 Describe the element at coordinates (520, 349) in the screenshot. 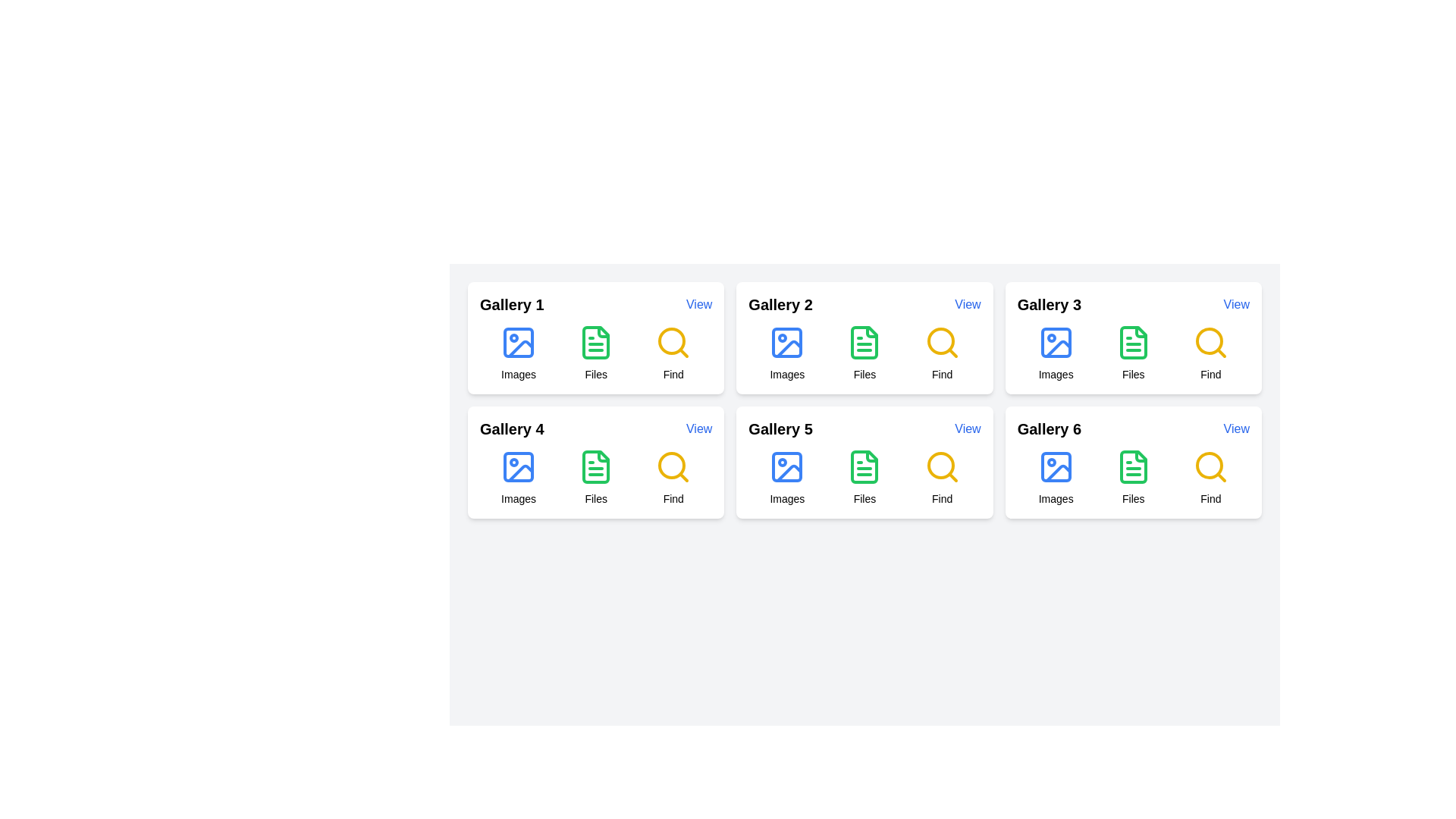

I see `blue outlined sloped edge line drawing within the rectangular image icon under the 'Gallery 1' card` at that location.